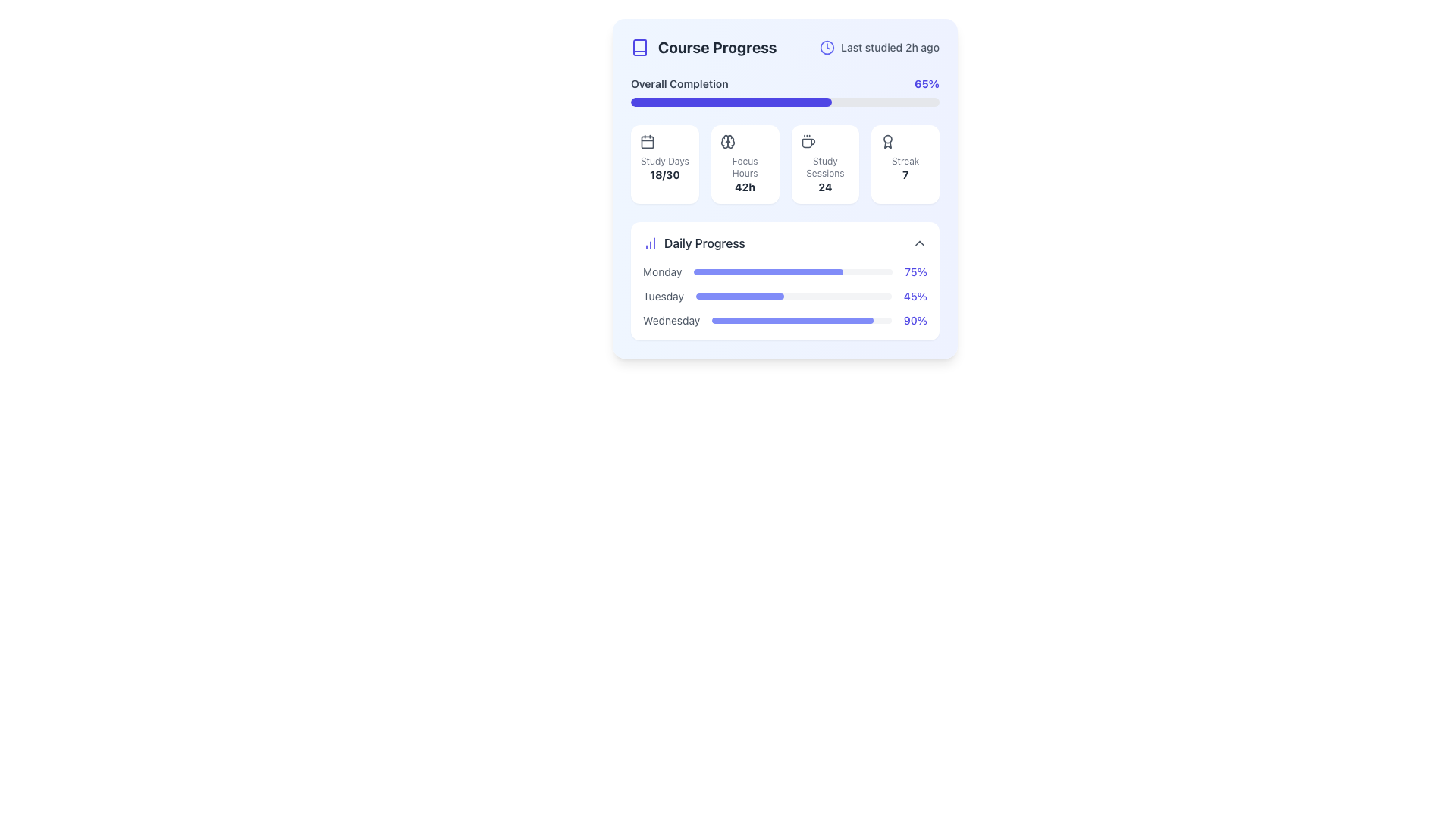 The width and height of the screenshot is (1456, 819). I want to click on the decorative icon signifying progress or statistics located to the left of the 'Daily Progress' label, so click(651, 242).